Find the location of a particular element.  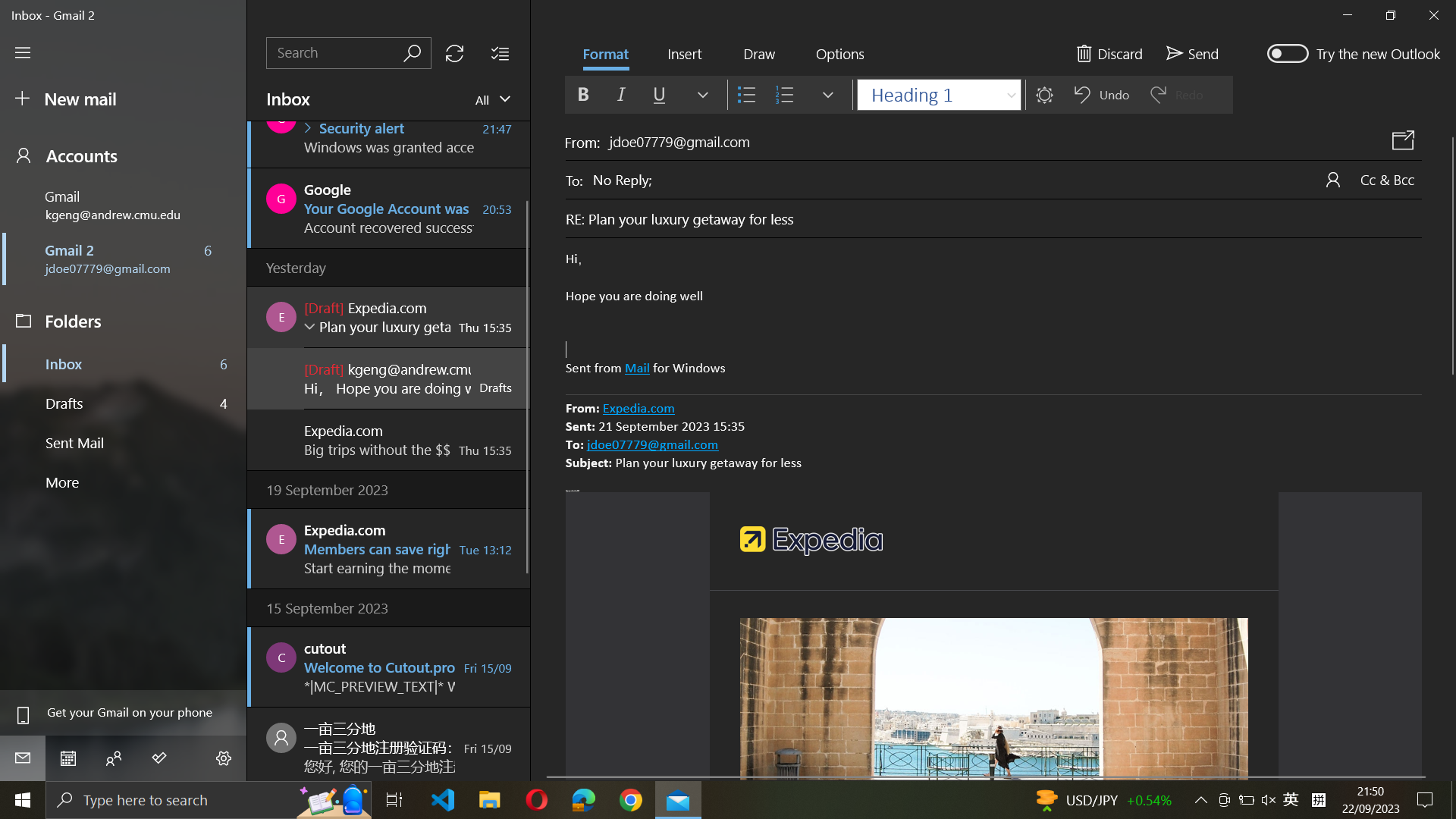

Change font style to Arial is located at coordinates (937, 93).